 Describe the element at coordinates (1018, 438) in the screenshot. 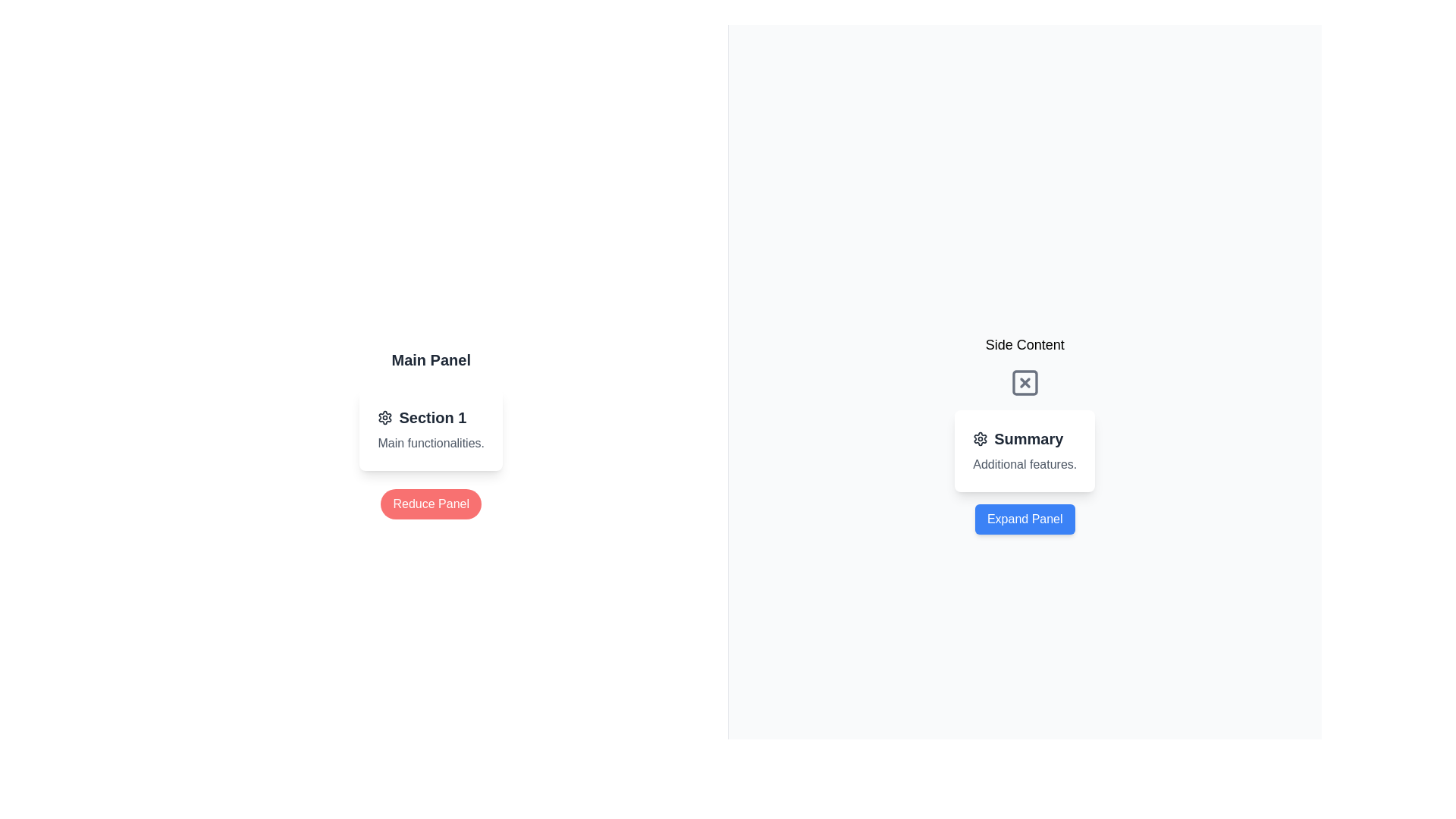

I see `the 'Summary' text header, which is prominently styled with bold, large dark text and an adjacent settings icon, located in the 'Side Content' section of the interface` at that location.